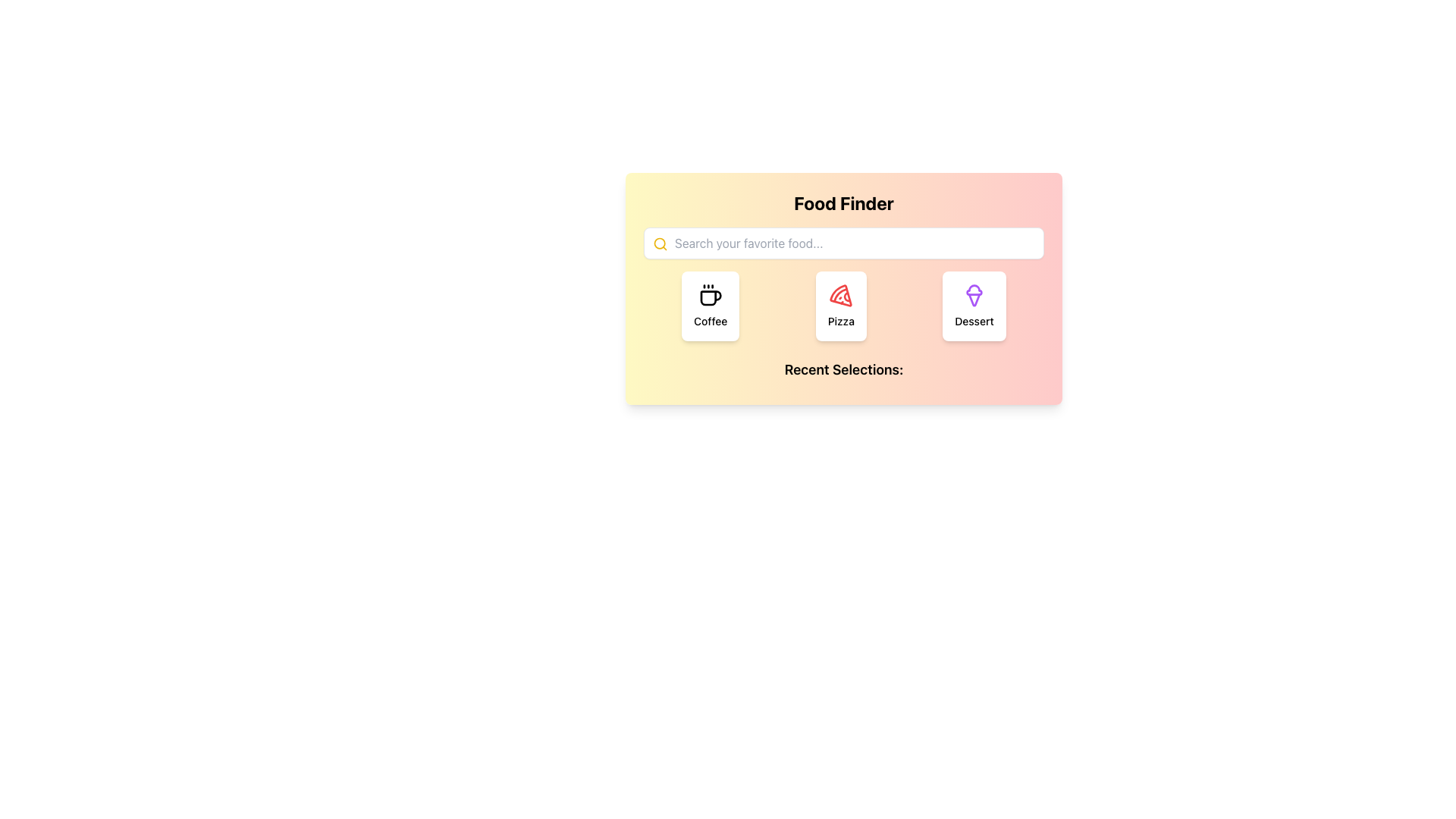 The height and width of the screenshot is (819, 1456). I want to click on the text label displaying the word 'Pizza', which is styled in a smaller font and located at the bottom of the central card in a three-card layout, so click(840, 321).